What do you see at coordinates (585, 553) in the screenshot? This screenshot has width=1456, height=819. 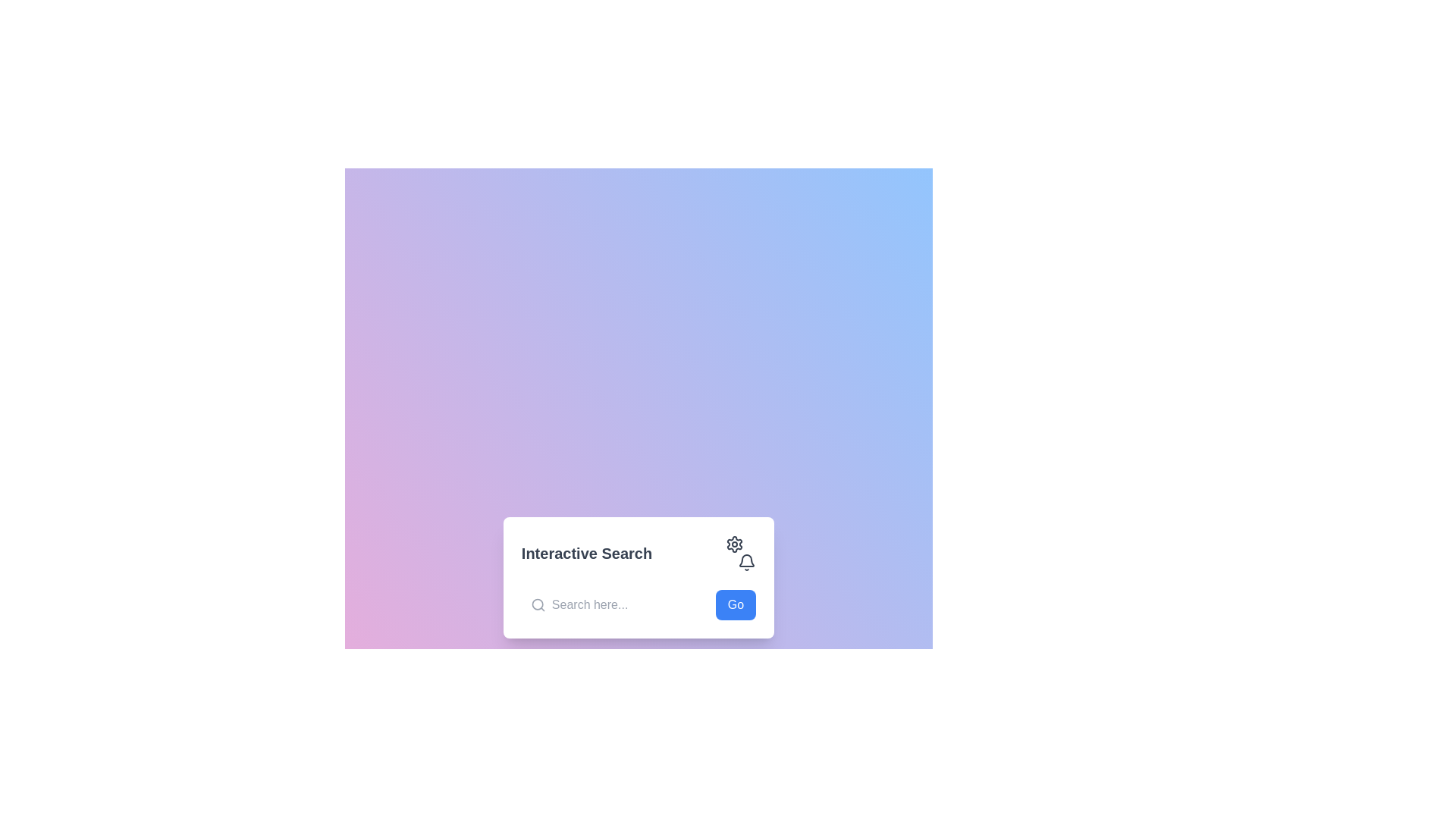 I see `the bold text label reading 'Interactive Search', which is centrally aligned within a minimalistic white card interface, located at the center-bottom region of the interface` at bounding box center [585, 553].